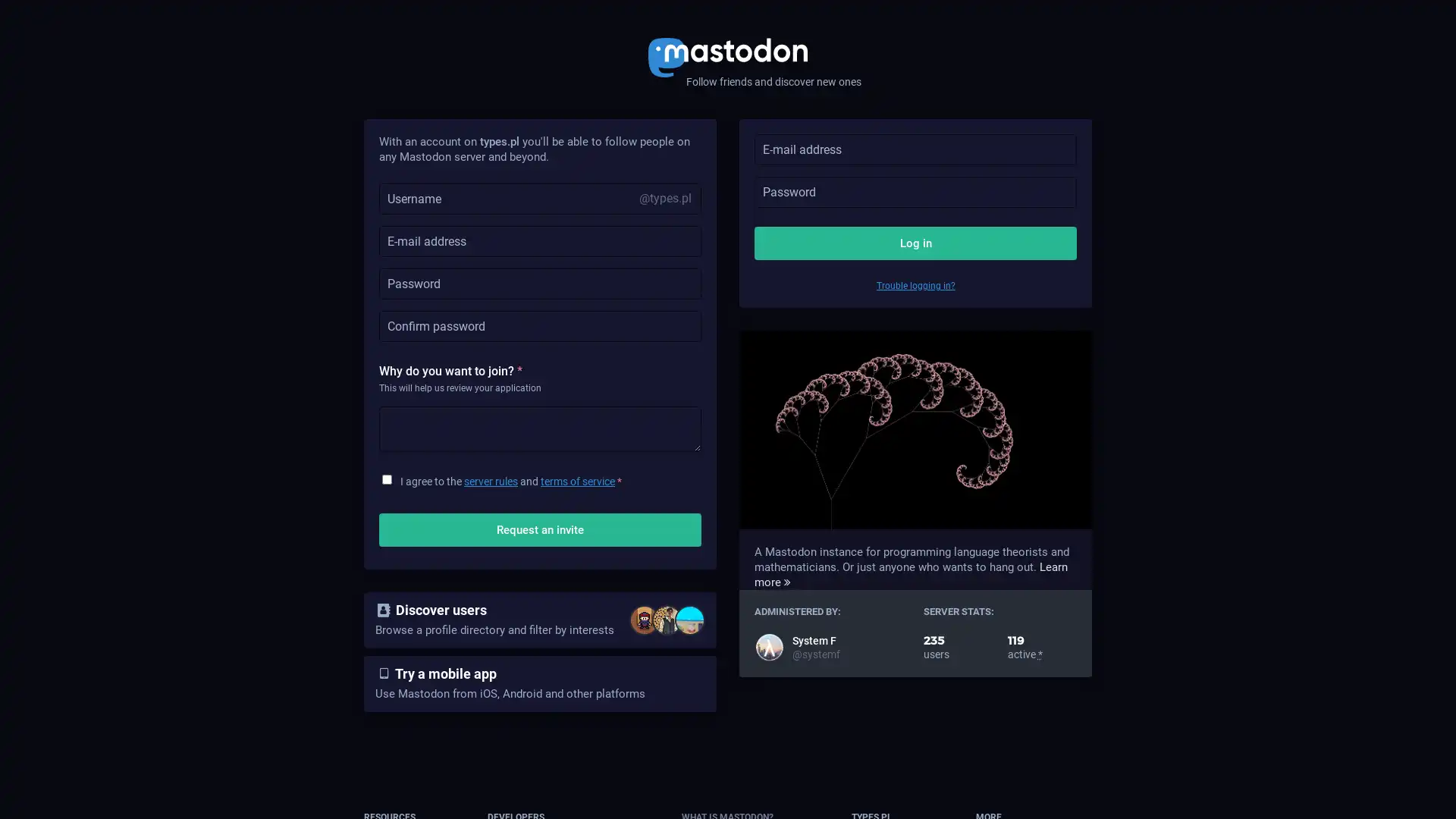  What do you see at coordinates (540, 529) in the screenshot?
I see `Request an invite` at bounding box center [540, 529].